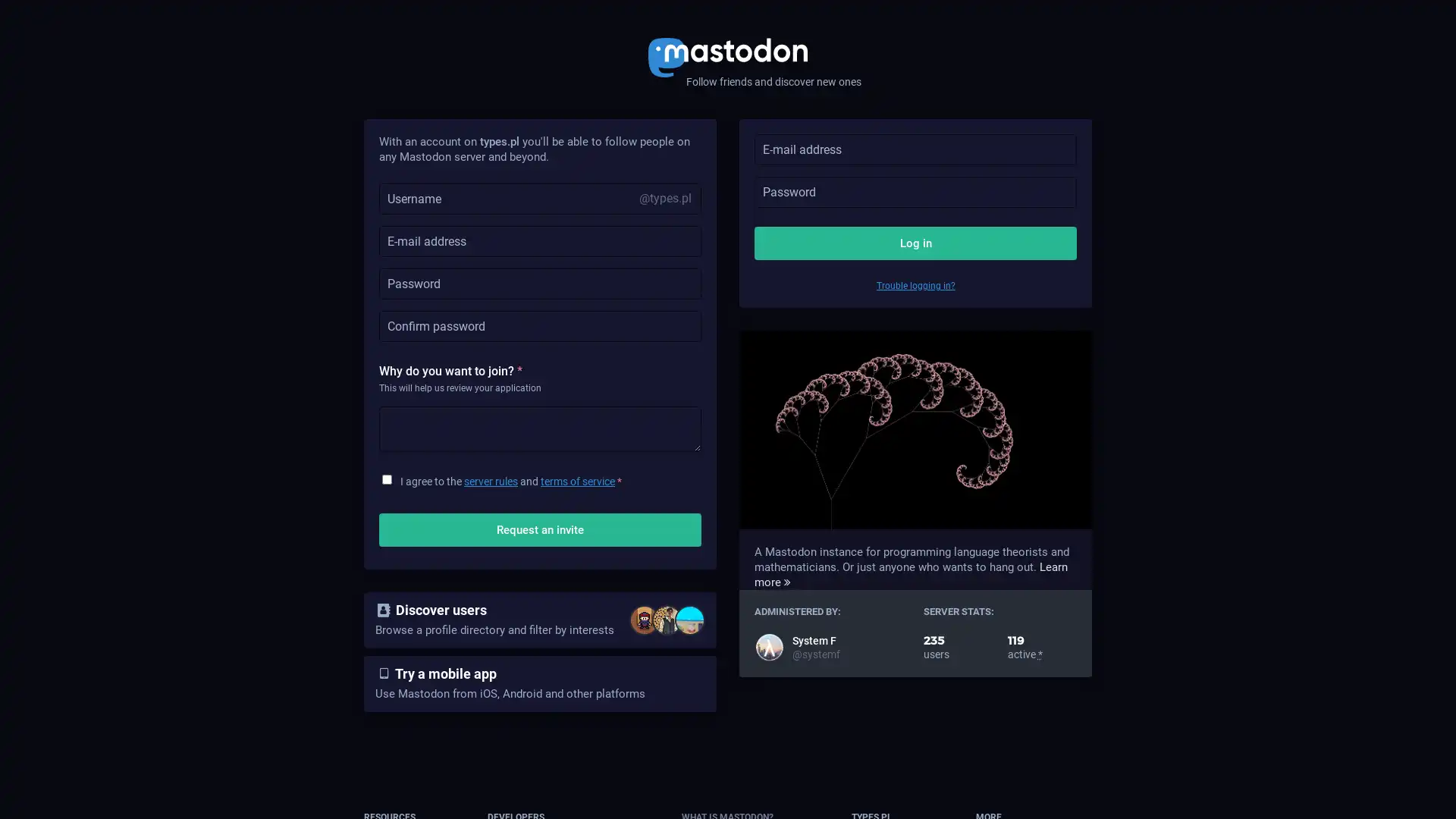  What do you see at coordinates (540, 529) in the screenshot?
I see `Request an invite` at bounding box center [540, 529].